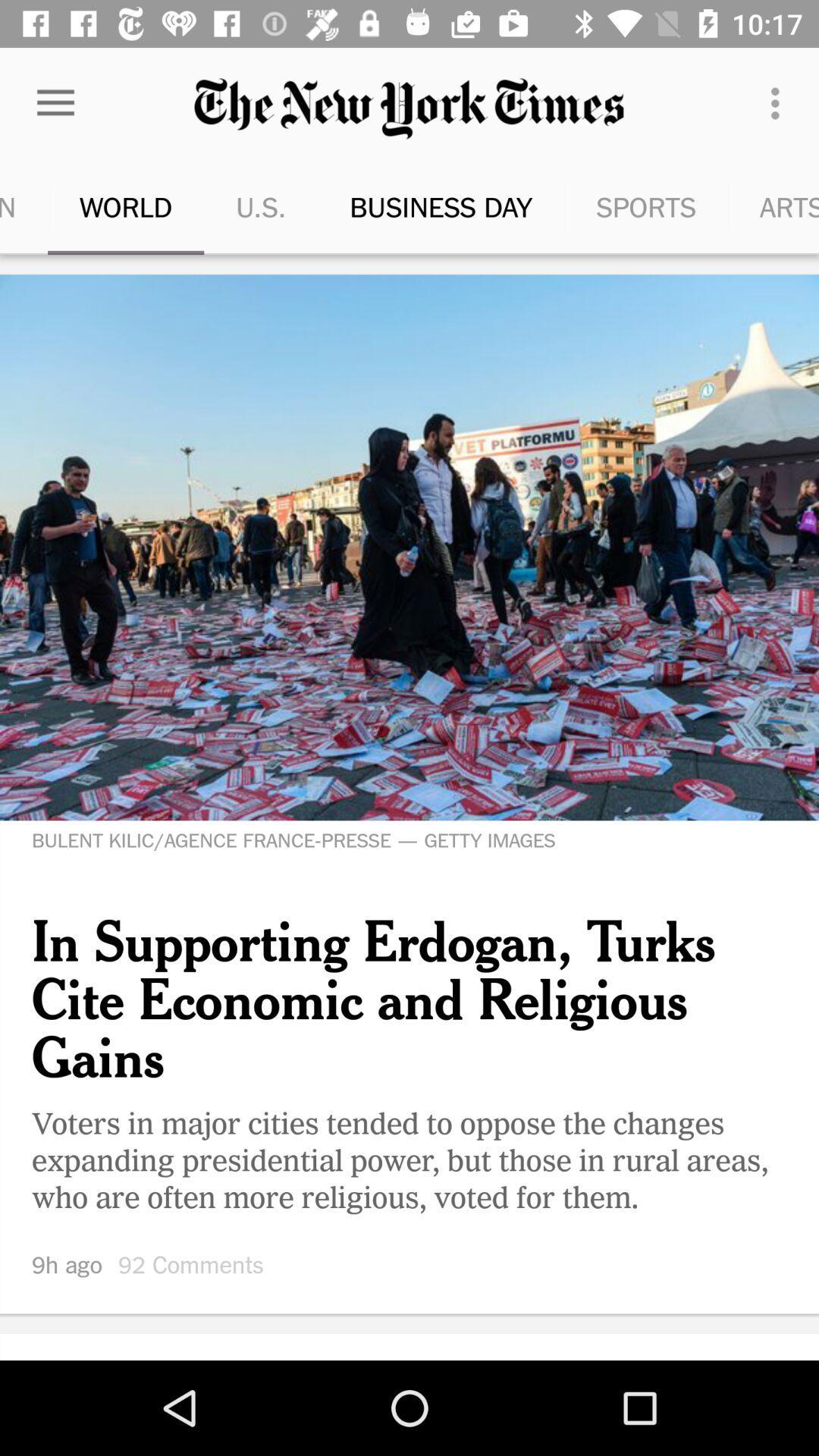 The image size is (819, 1456). What do you see at coordinates (753, 206) in the screenshot?
I see `icon to the left of new york` at bounding box center [753, 206].